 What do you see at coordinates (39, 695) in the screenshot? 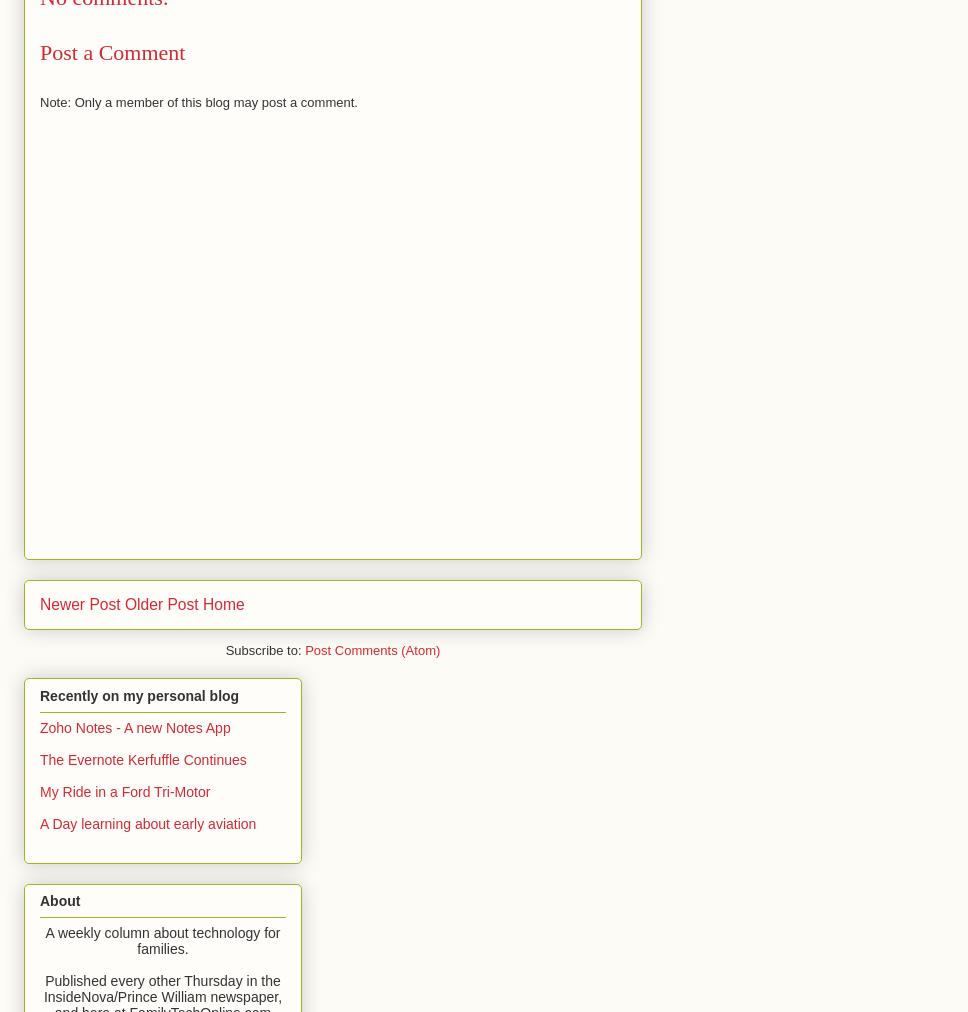
I see `'Recently on my personal blog'` at bounding box center [39, 695].